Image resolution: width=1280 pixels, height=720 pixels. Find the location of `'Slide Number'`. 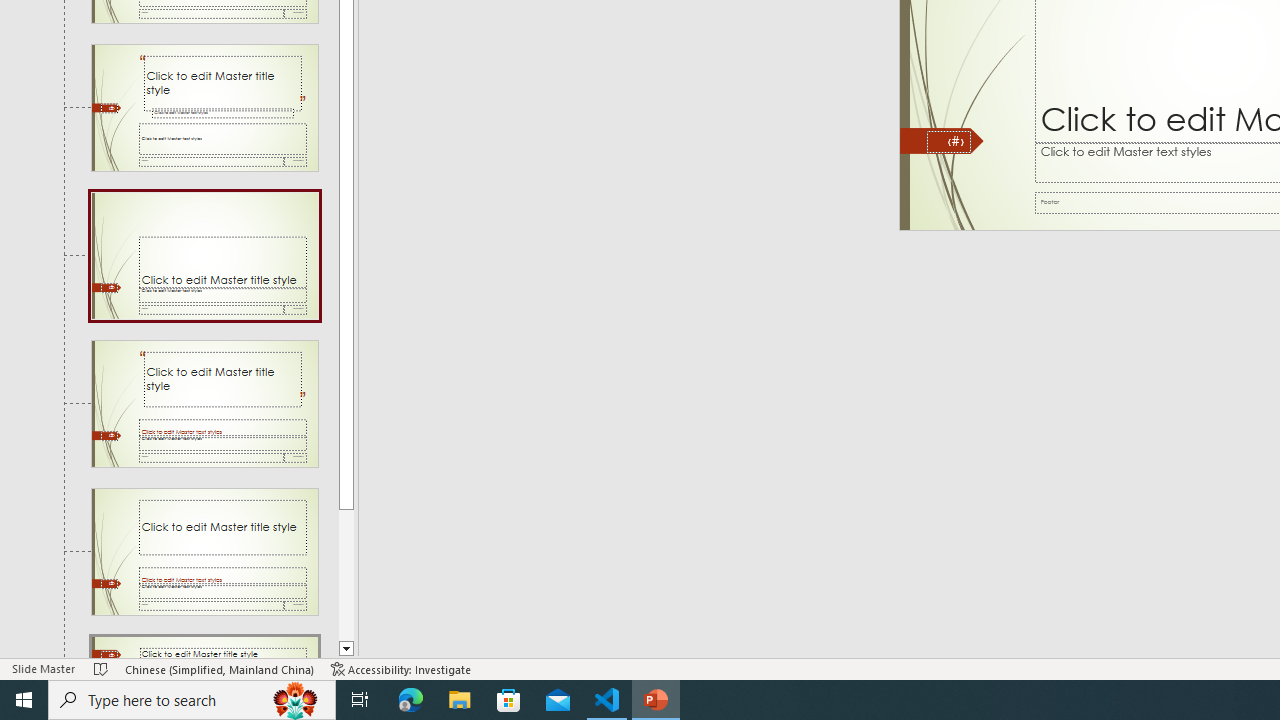

'Slide Number' is located at coordinates (948, 140).